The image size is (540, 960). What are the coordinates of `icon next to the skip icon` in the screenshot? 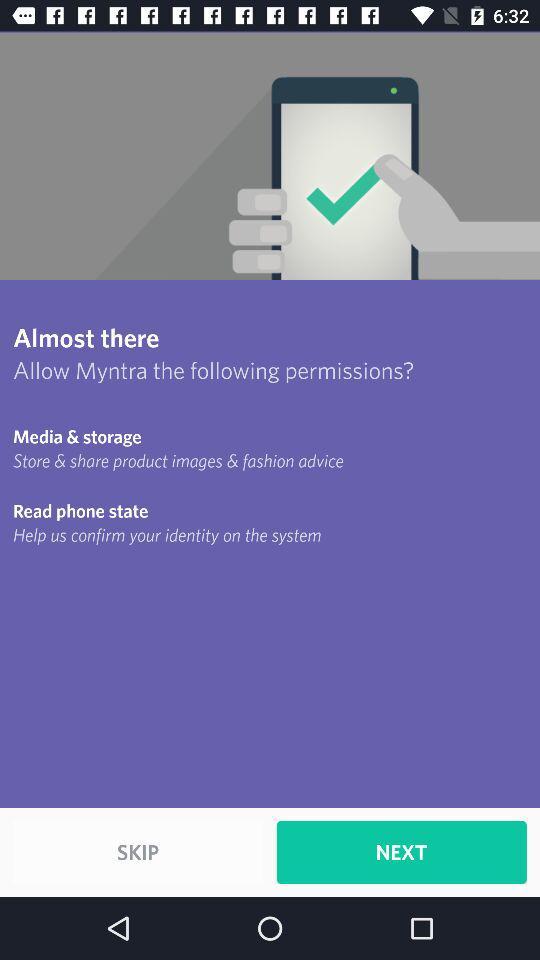 It's located at (401, 851).